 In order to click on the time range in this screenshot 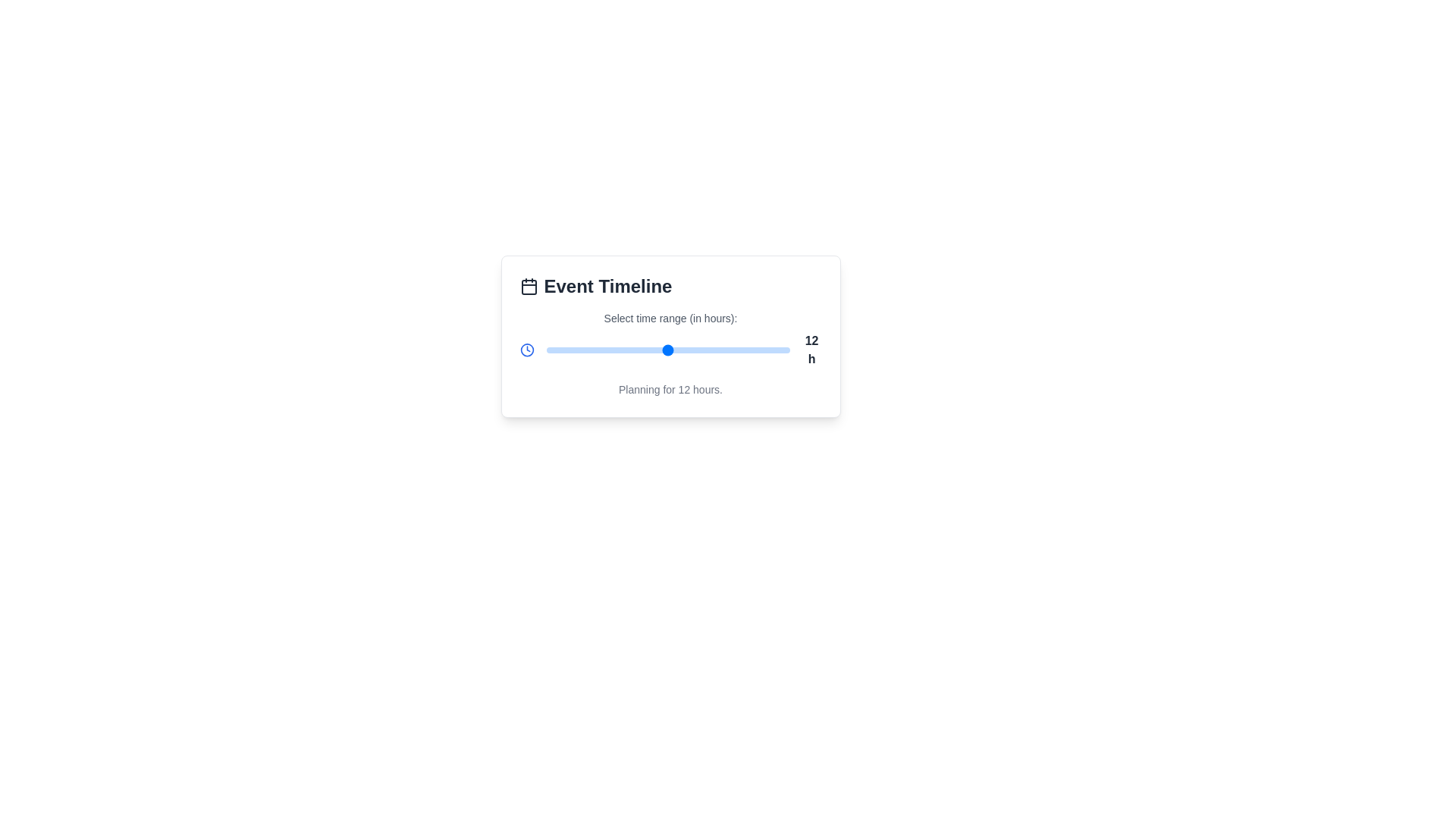, I will do `click(698, 350)`.